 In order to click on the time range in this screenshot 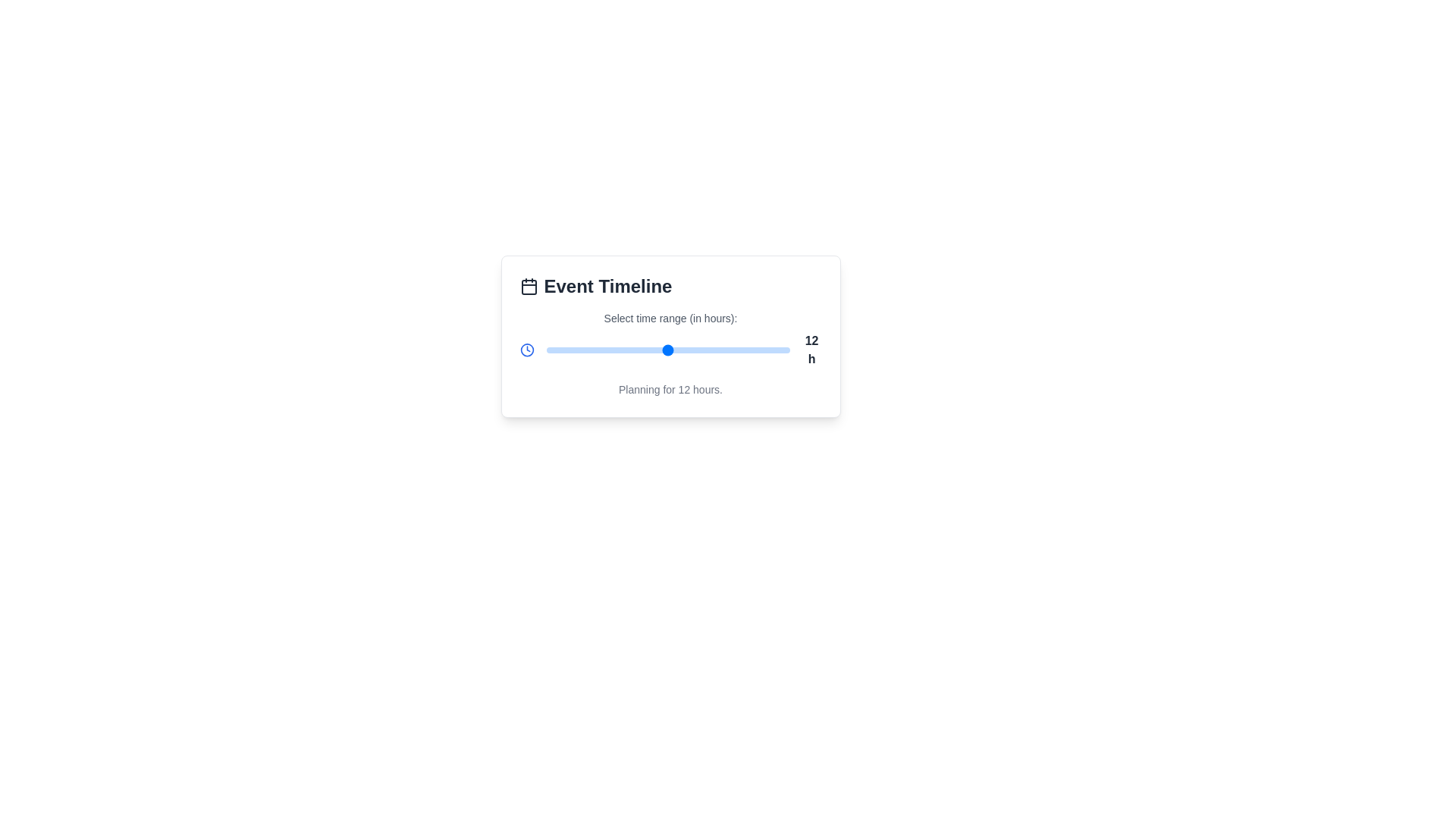, I will do `click(698, 350)`.